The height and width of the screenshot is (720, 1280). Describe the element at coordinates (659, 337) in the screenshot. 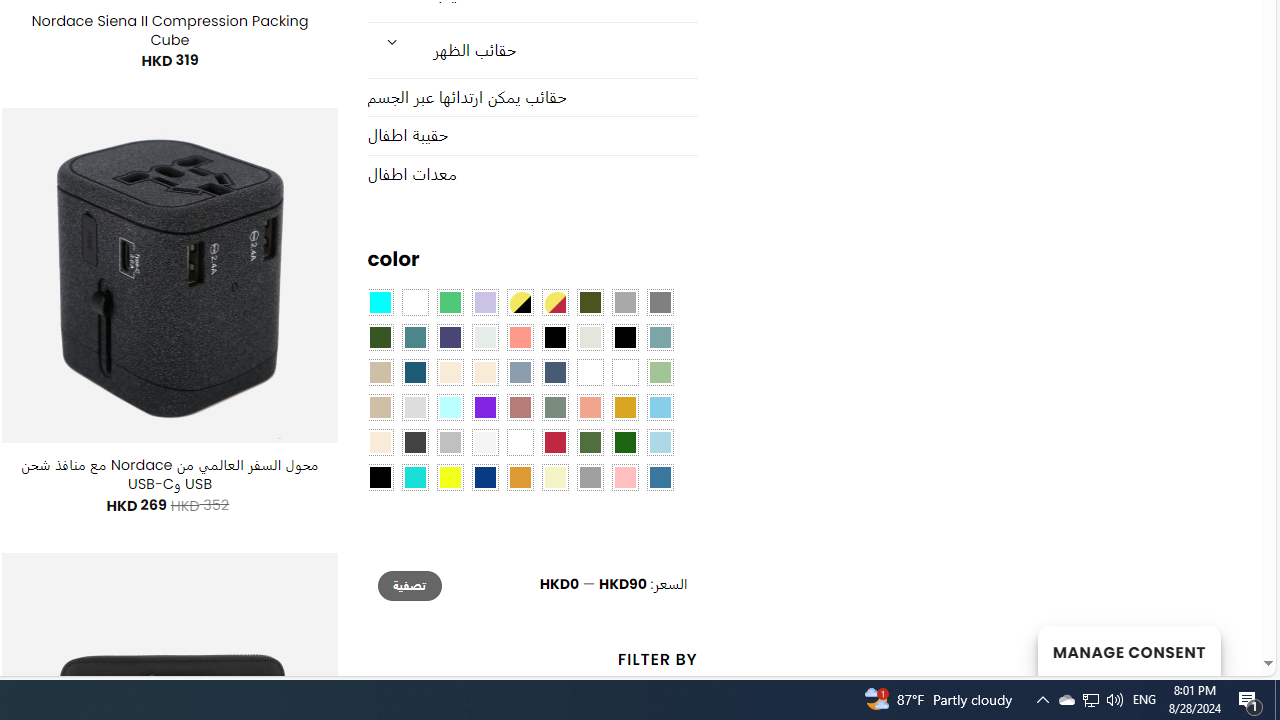

I see `'Blue Sage'` at that location.